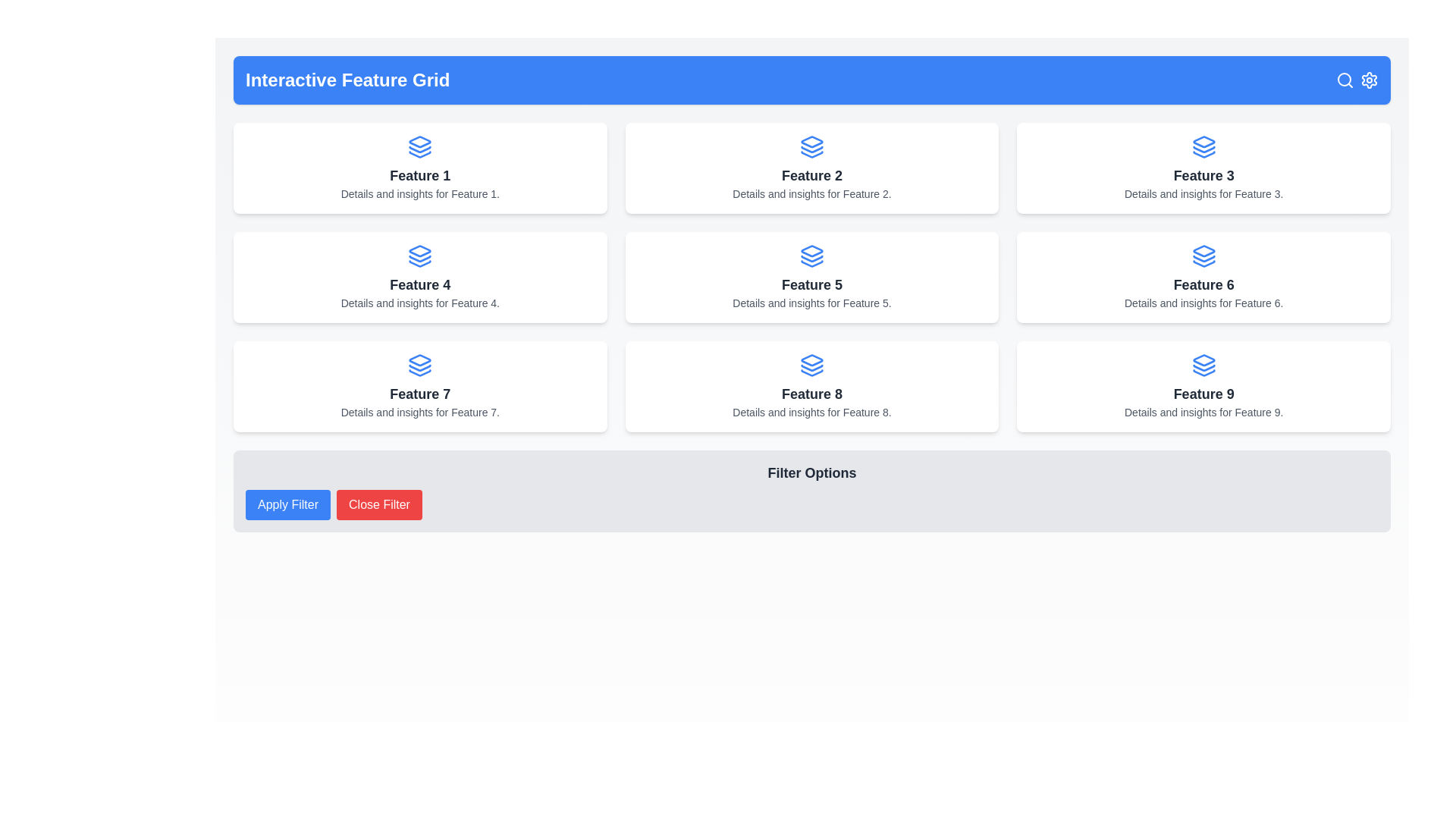 This screenshot has height=819, width=1456. What do you see at coordinates (811, 193) in the screenshot?
I see `the text label reading 'Details and insights for Feature 2.' located beneath the bold title 'Feature 2' in the second column of the first row in the grid layout` at bounding box center [811, 193].